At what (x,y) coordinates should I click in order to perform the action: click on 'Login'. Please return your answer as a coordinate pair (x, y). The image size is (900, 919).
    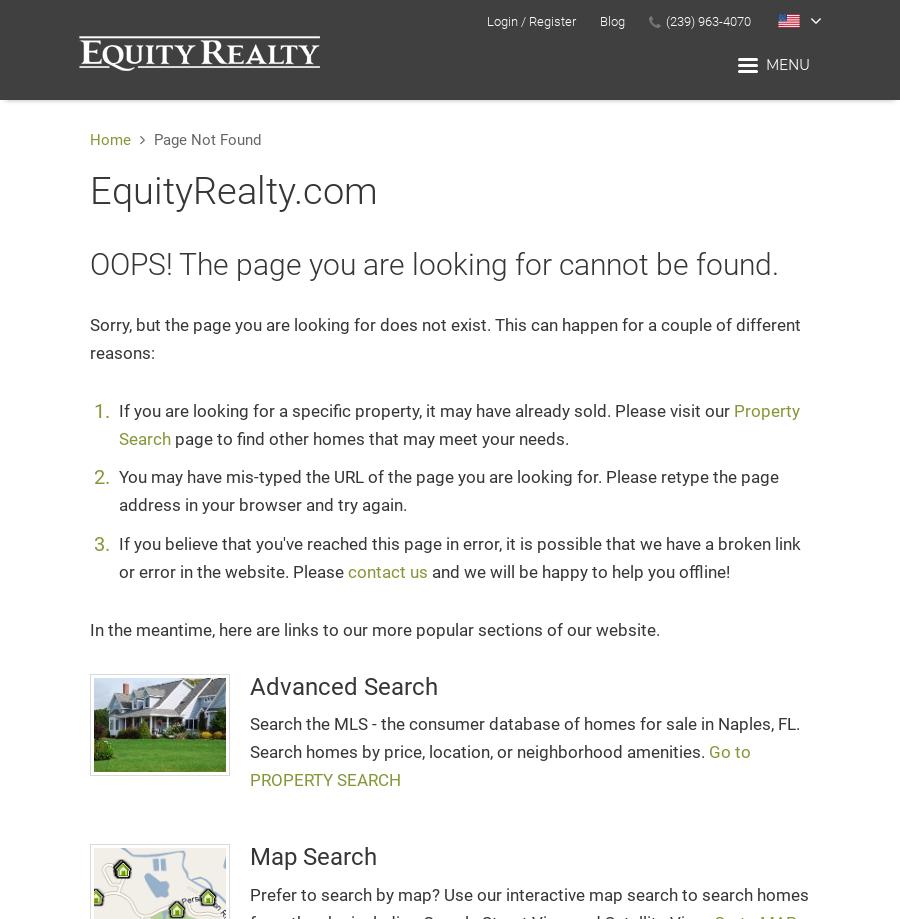
    Looking at the image, I should click on (485, 21).